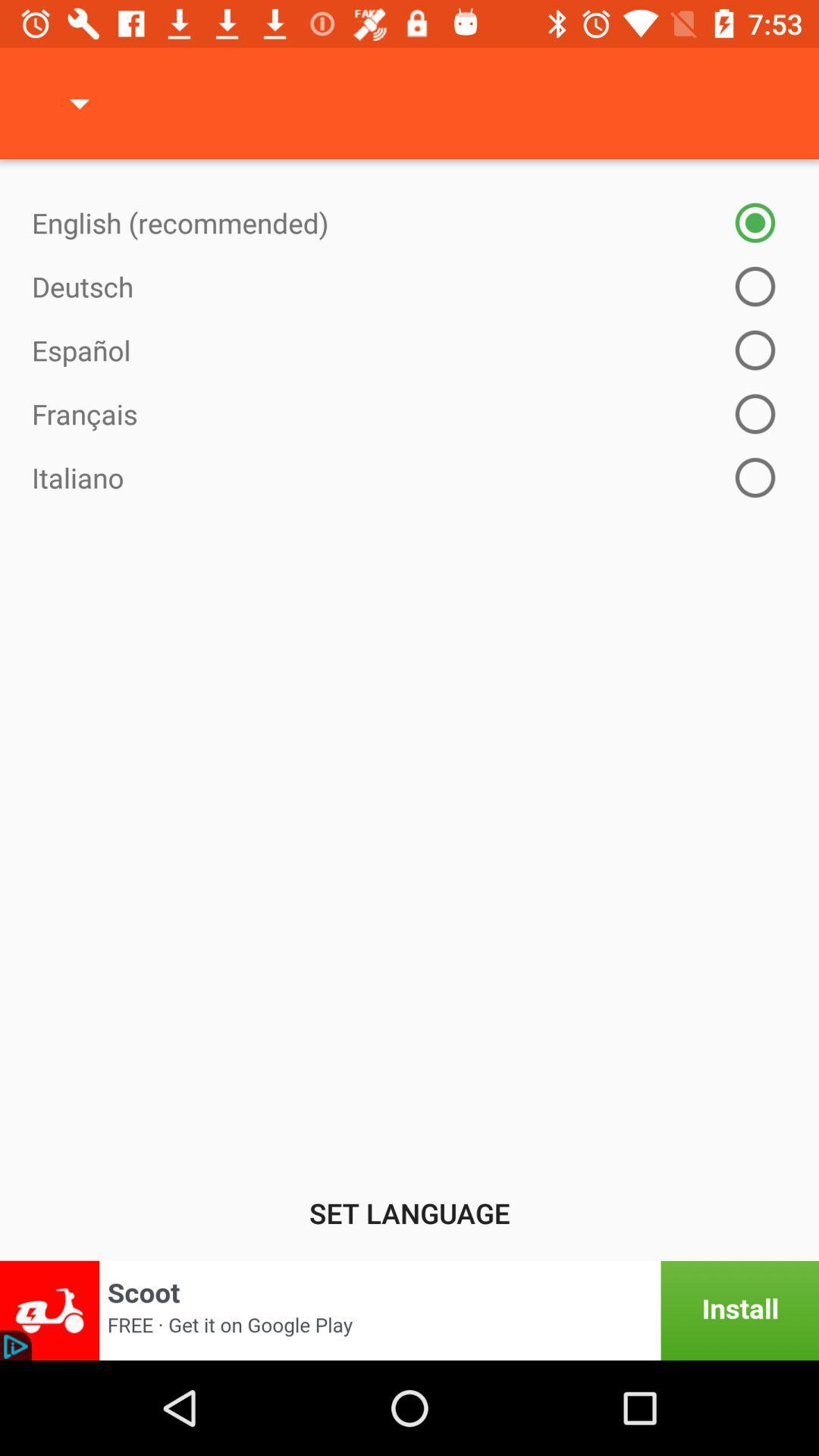 The height and width of the screenshot is (1456, 819). Describe the element at coordinates (79, 102) in the screenshot. I see `the icon above english (recommended) item` at that location.